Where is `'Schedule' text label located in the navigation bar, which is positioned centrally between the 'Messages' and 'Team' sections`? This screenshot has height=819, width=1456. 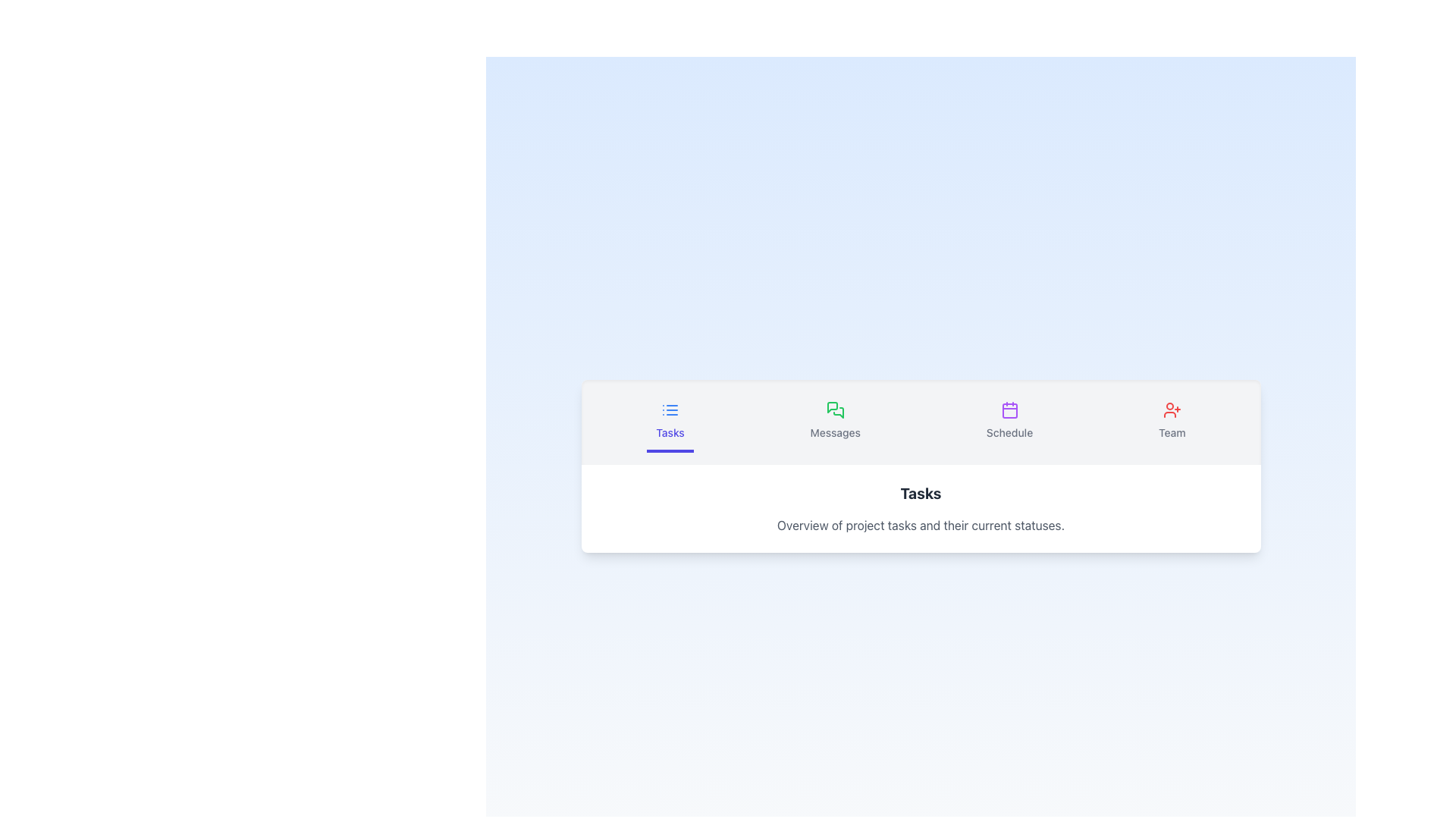 'Schedule' text label located in the navigation bar, which is positioned centrally between the 'Messages' and 'Team' sections is located at coordinates (1009, 432).